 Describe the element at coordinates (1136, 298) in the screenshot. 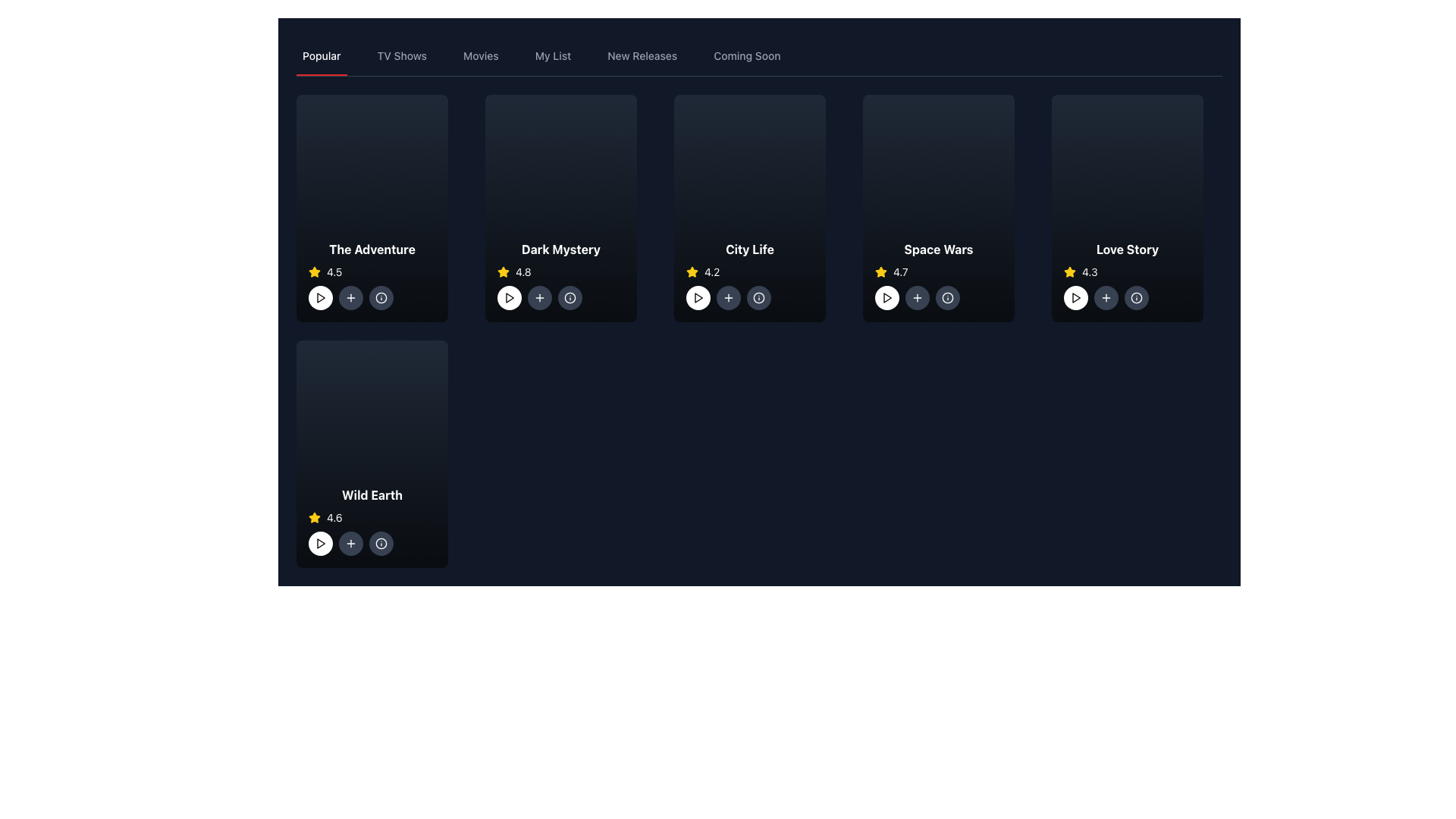

I see `the circular icon button containing an outlined exclamation mark symbol, which is the third icon button from the left in the bottom row of action buttons below the 'Space Wars' card` at that location.